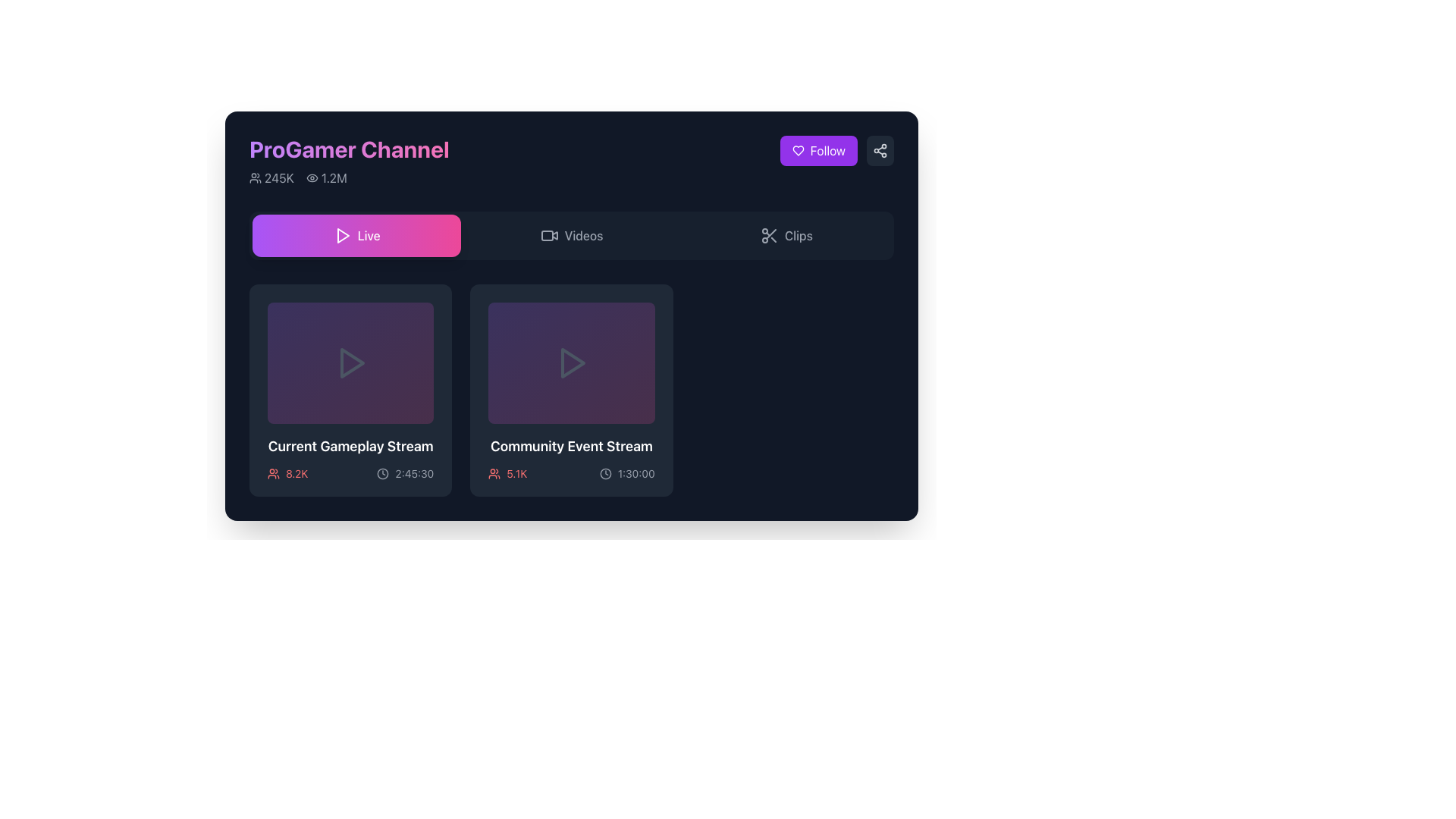 This screenshot has width=1456, height=819. What do you see at coordinates (554, 235) in the screenshot?
I see `the video playback icon located next to the 'Videos' text in the menu bar at the top center-right of the interface` at bounding box center [554, 235].